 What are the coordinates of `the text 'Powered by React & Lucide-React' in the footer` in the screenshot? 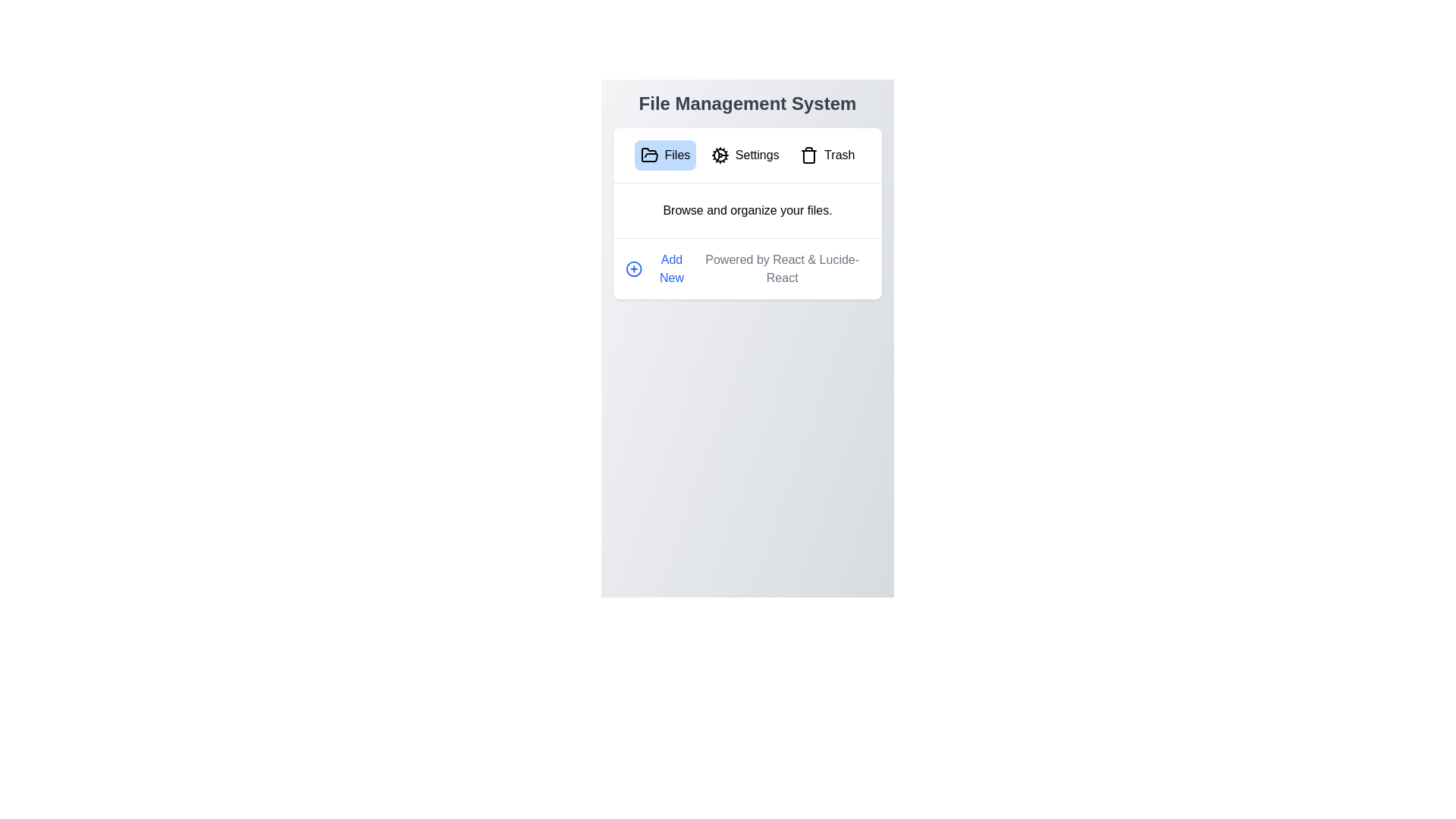 It's located at (782, 268).